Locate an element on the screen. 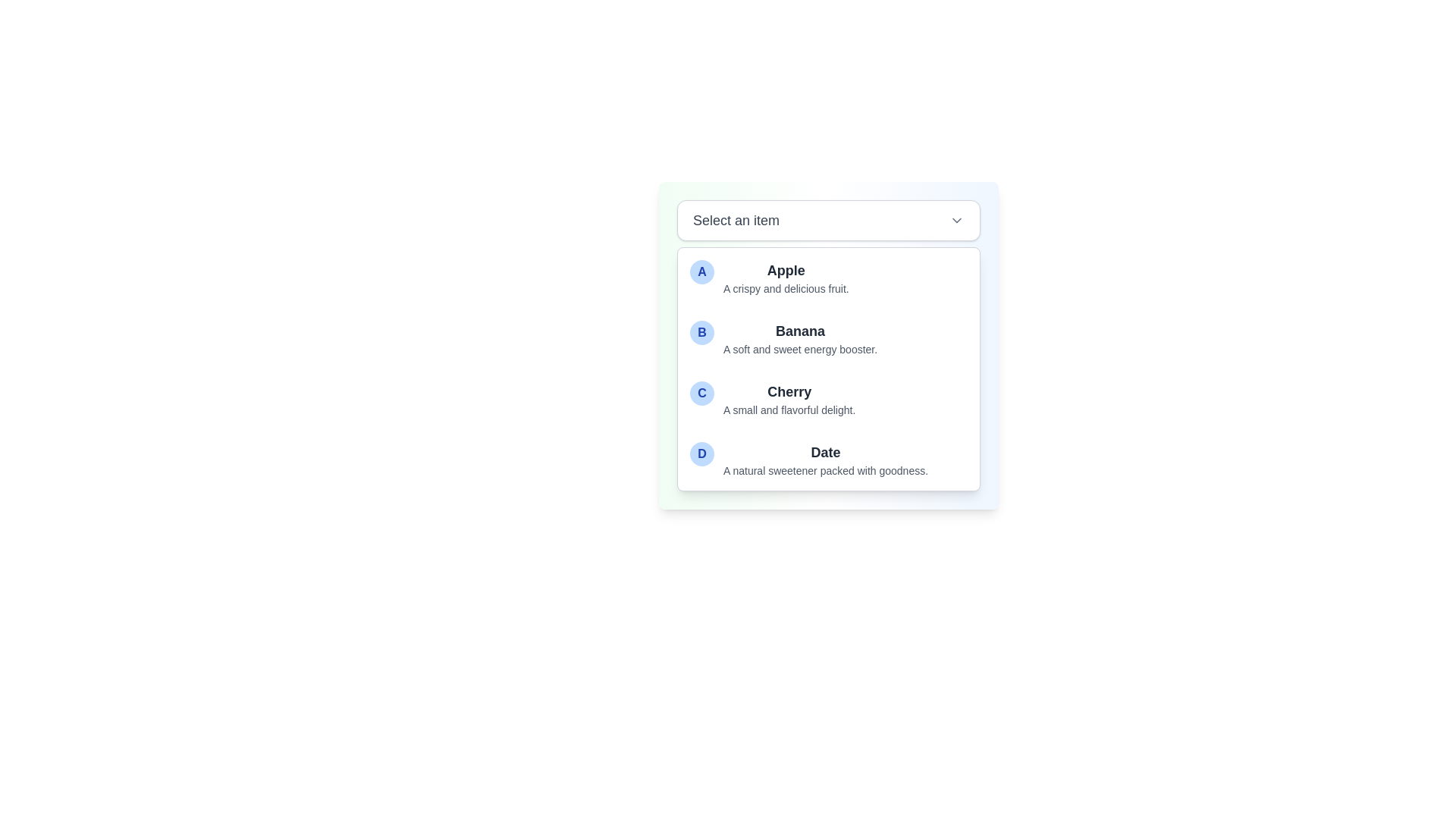 Image resolution: width=1456 pixels, height=819 pixels. the text label reading 'Cherry' in the dropdown menu is located at coordinates (789, 391).